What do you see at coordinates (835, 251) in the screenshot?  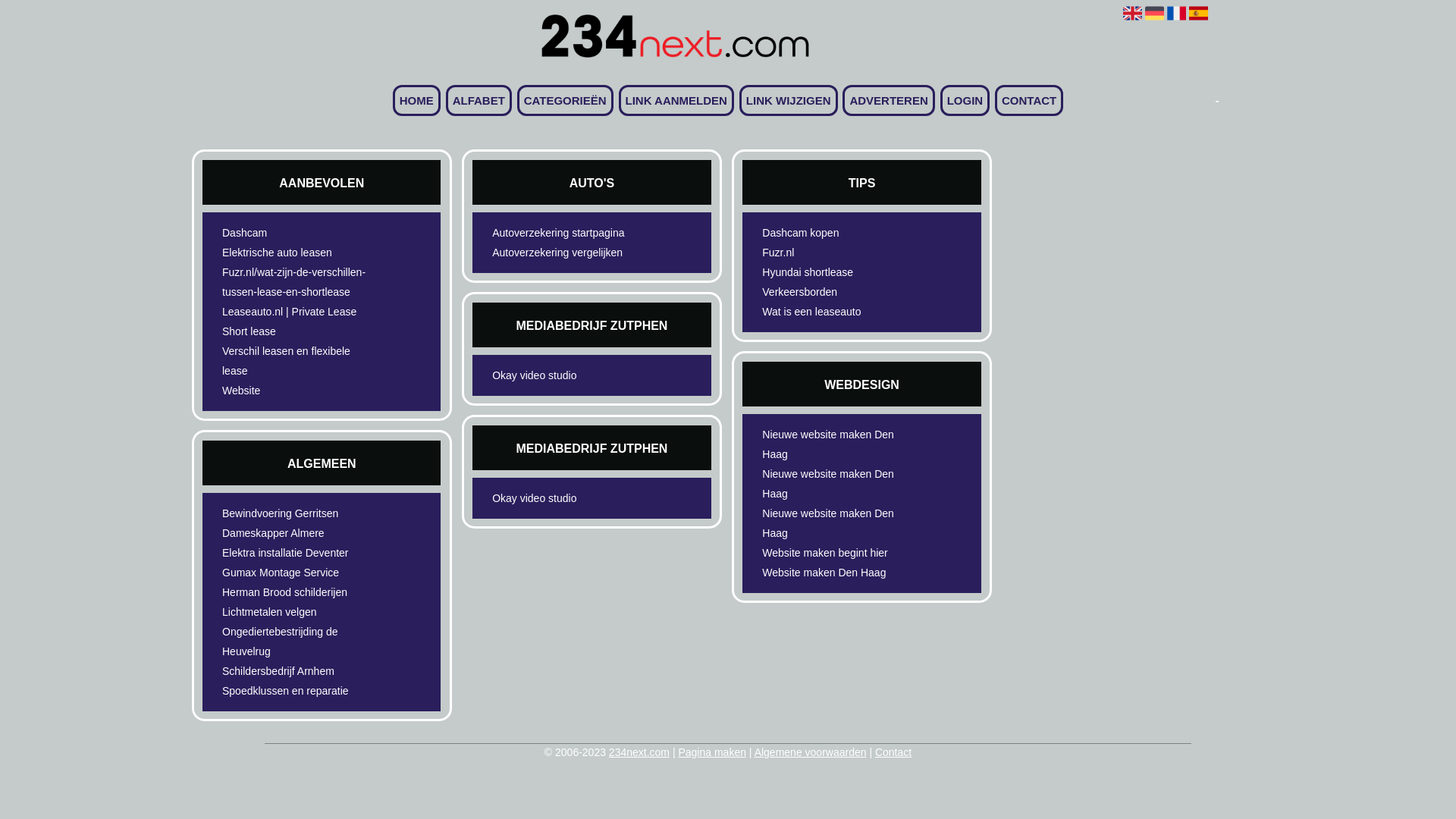 I see `'Fuzr.nl'` at bounding box center [835, 251].